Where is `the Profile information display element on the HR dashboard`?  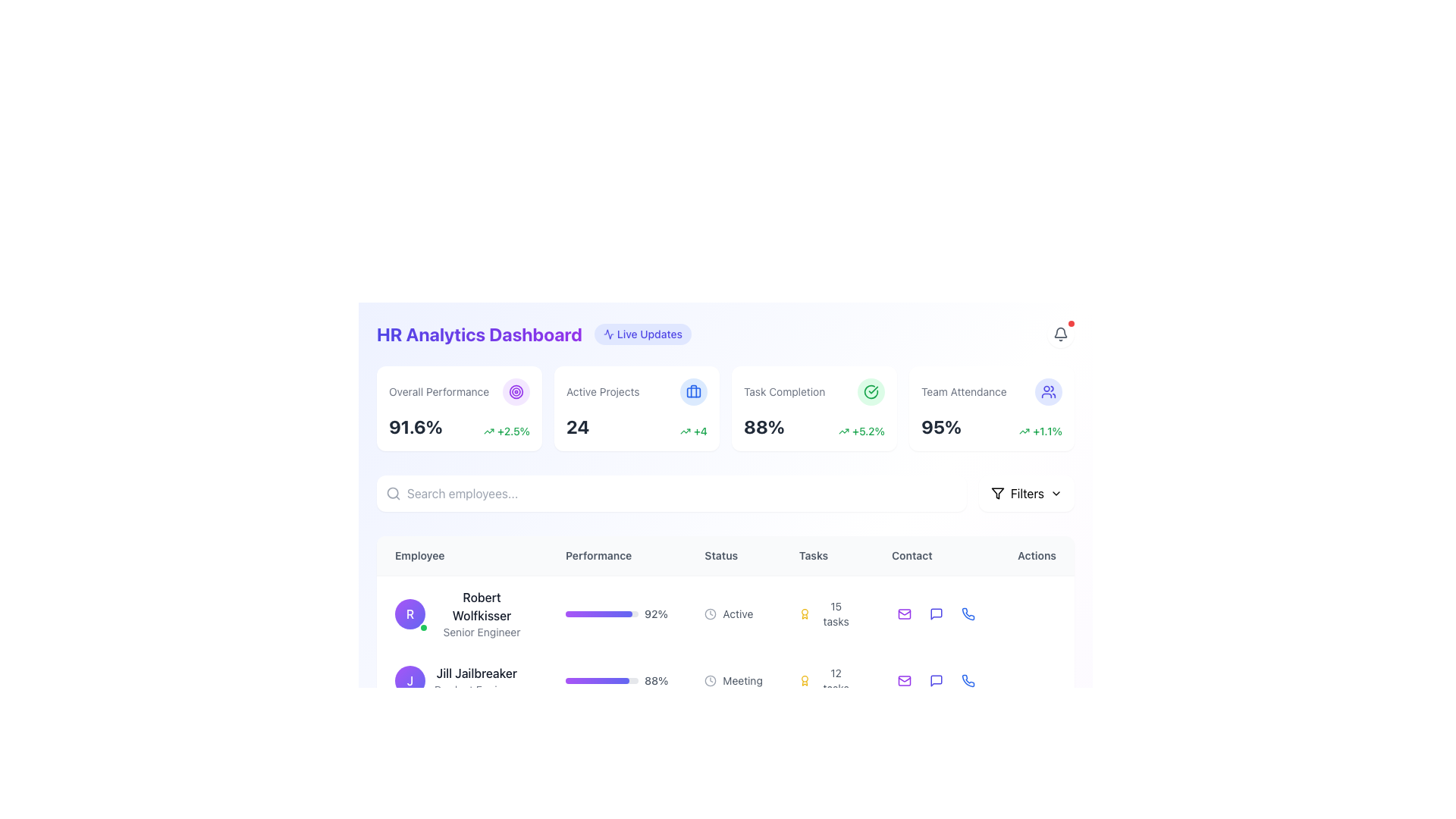 the Profile information display element on the HR dashboard is located at coordinates (461, 614).